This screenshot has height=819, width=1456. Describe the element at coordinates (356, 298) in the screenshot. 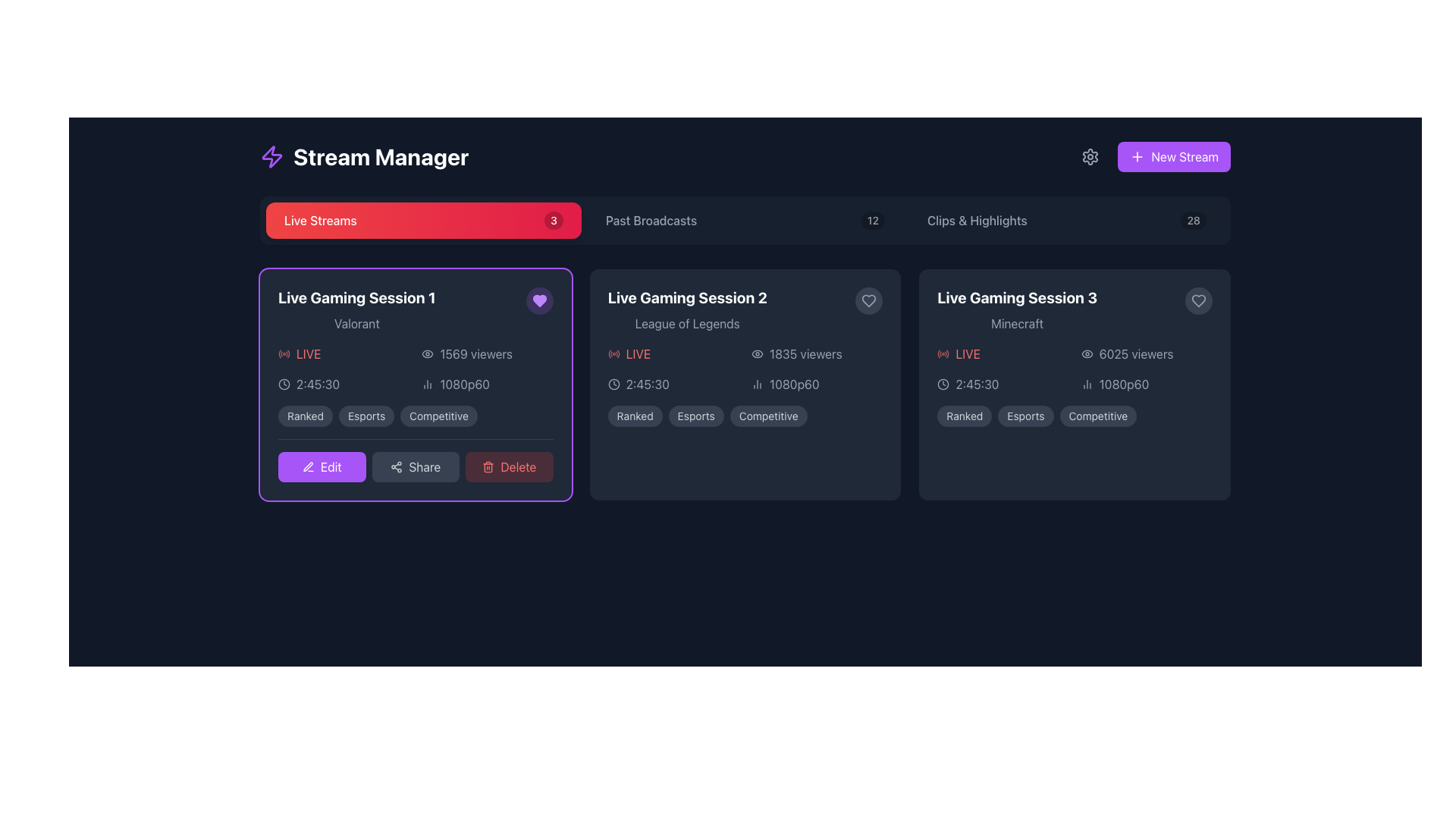

I see `title of the card which displays 'Live Gaming Session 1', located at the top of the first card in the horizontal list of sessions` at that location.